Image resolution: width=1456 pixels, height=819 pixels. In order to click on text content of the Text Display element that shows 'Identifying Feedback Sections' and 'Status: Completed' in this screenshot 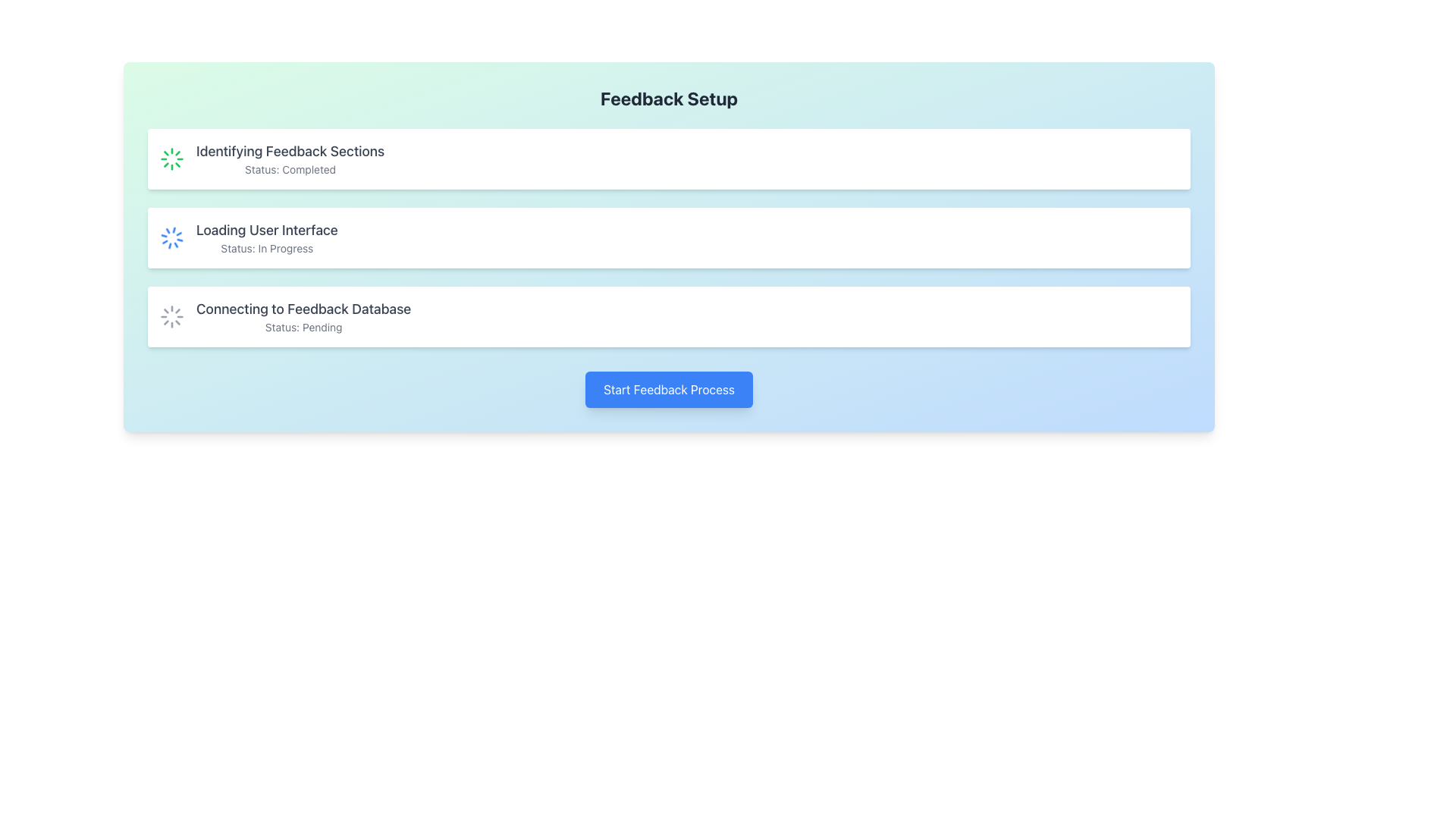, I will do `click(290, 158)`.